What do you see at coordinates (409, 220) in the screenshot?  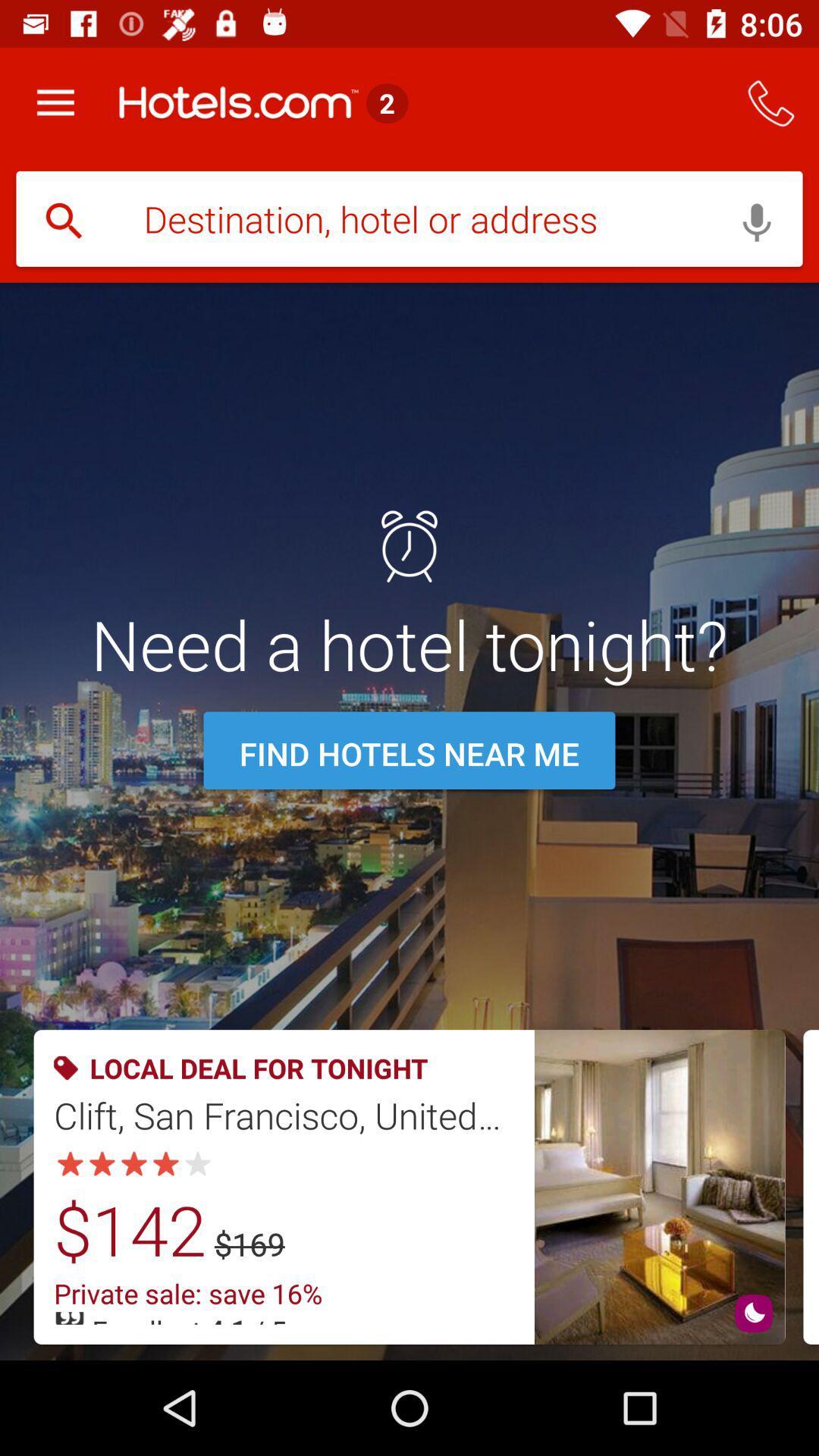 I see `the destination hotel or item` at bounding box center [409, 220].